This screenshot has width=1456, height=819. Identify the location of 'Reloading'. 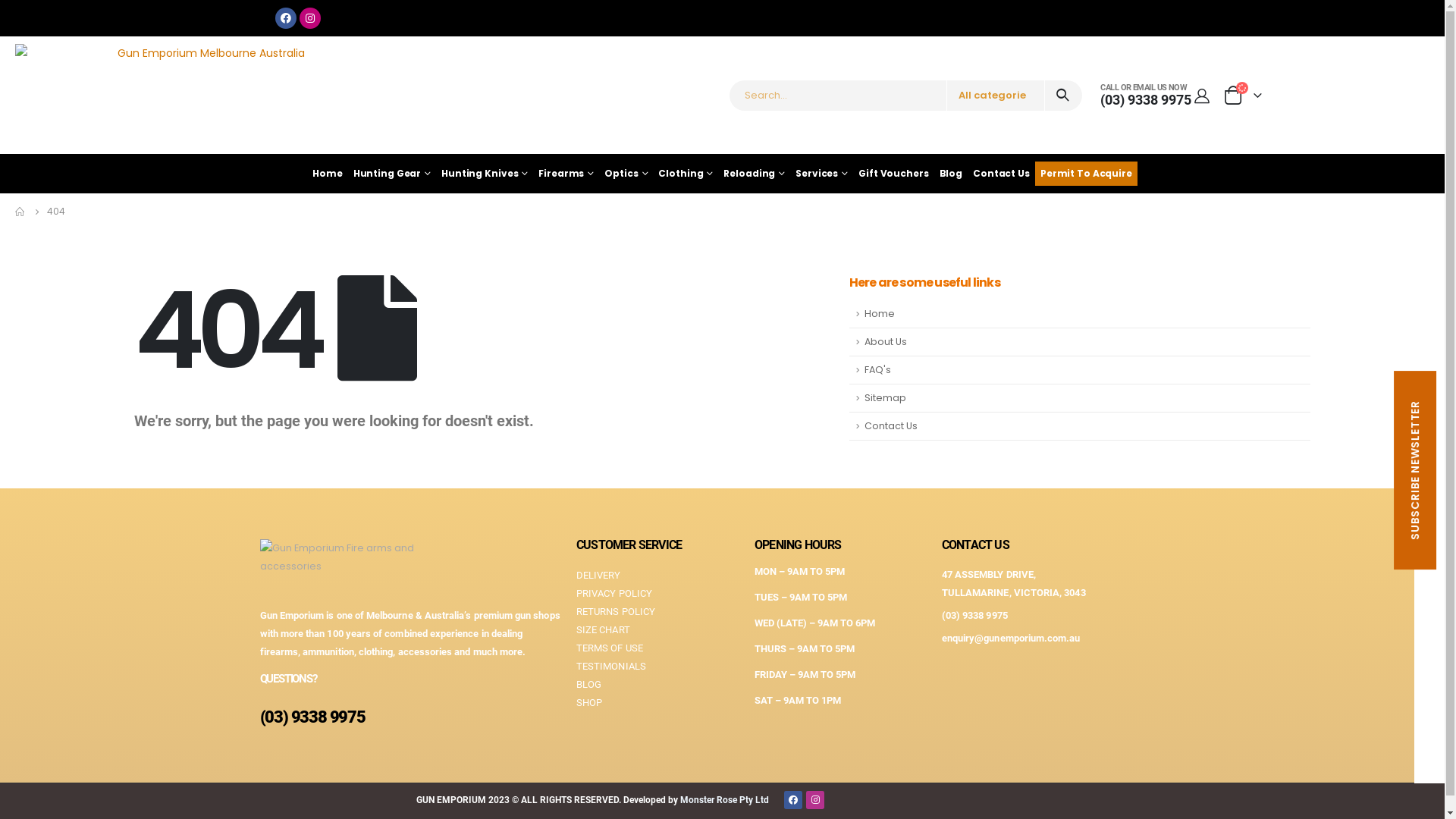
(717, 172).